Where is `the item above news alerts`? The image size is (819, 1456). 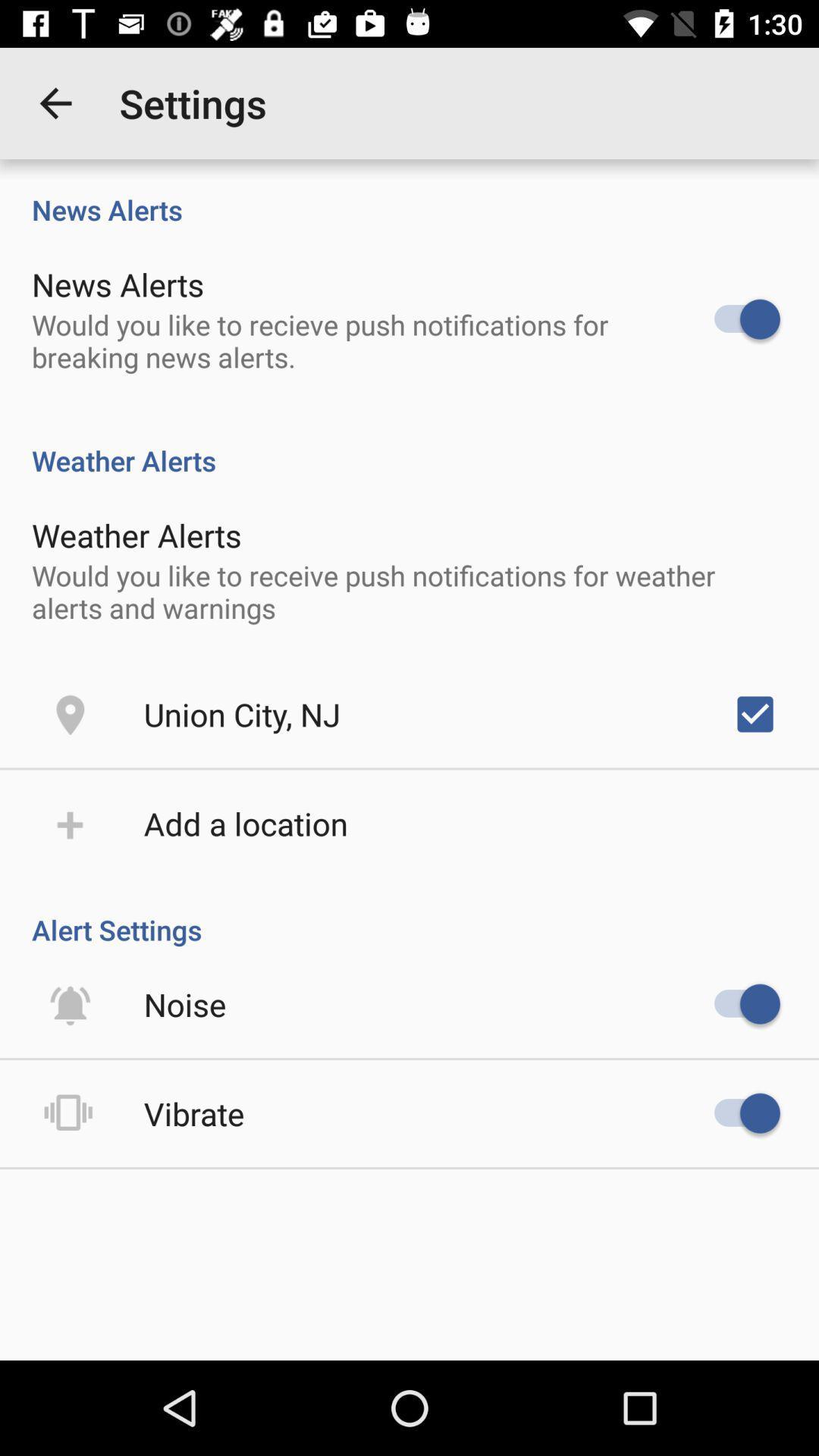 the item above news alerts is located at coordinates (55, 102).